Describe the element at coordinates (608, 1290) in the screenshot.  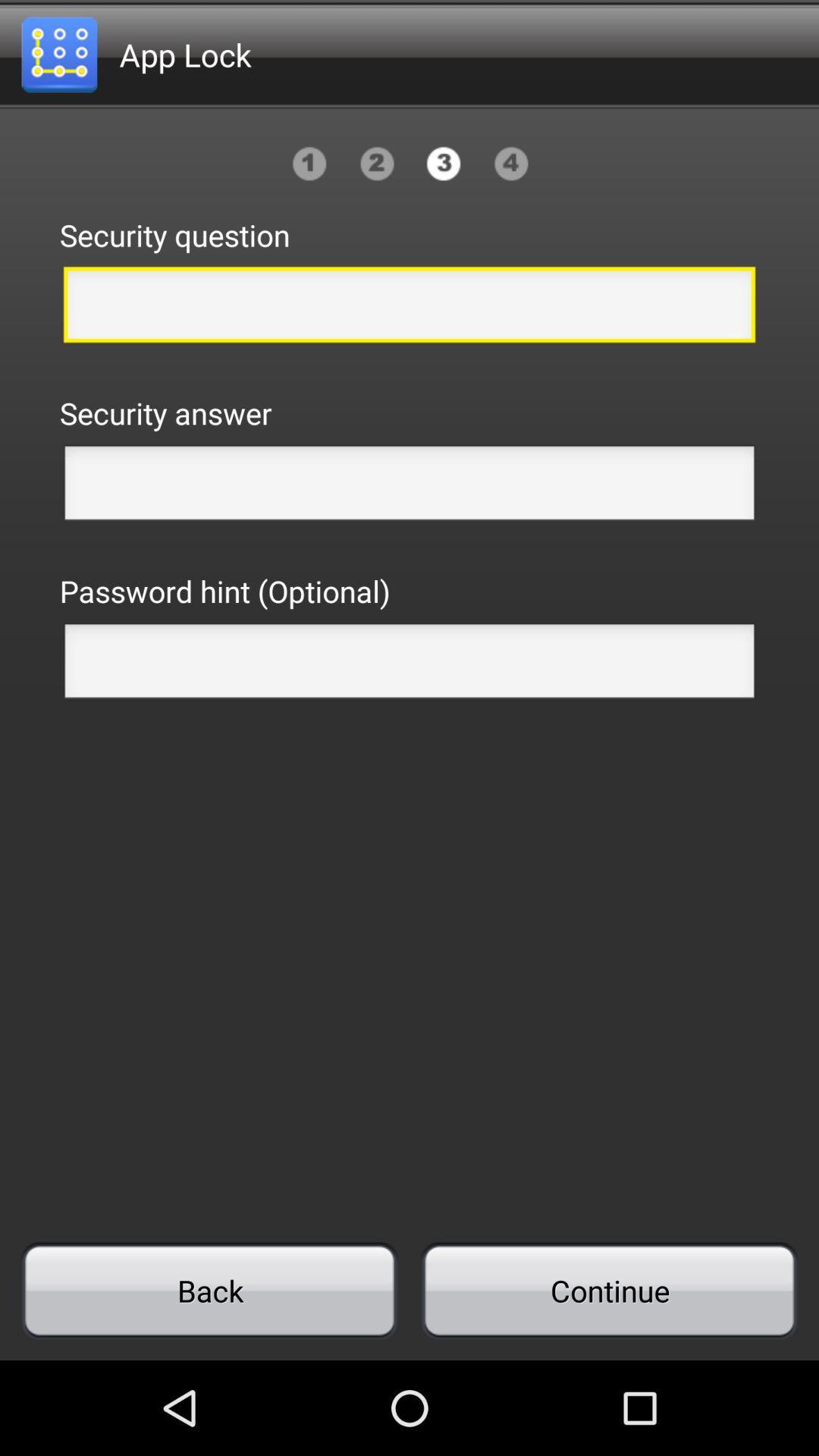
I see `continue item` at that location.